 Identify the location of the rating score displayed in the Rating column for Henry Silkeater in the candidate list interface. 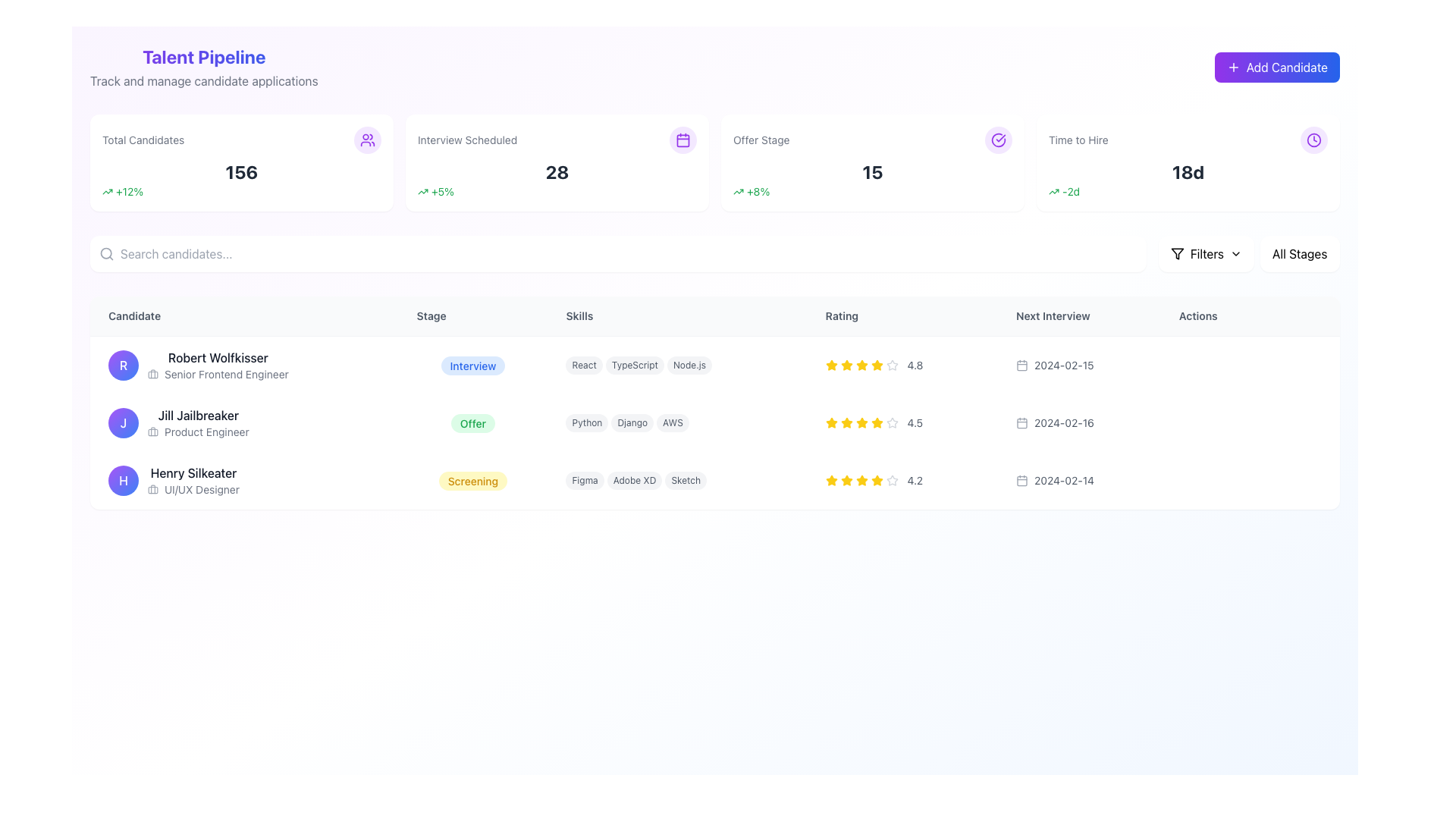
(902, 480).